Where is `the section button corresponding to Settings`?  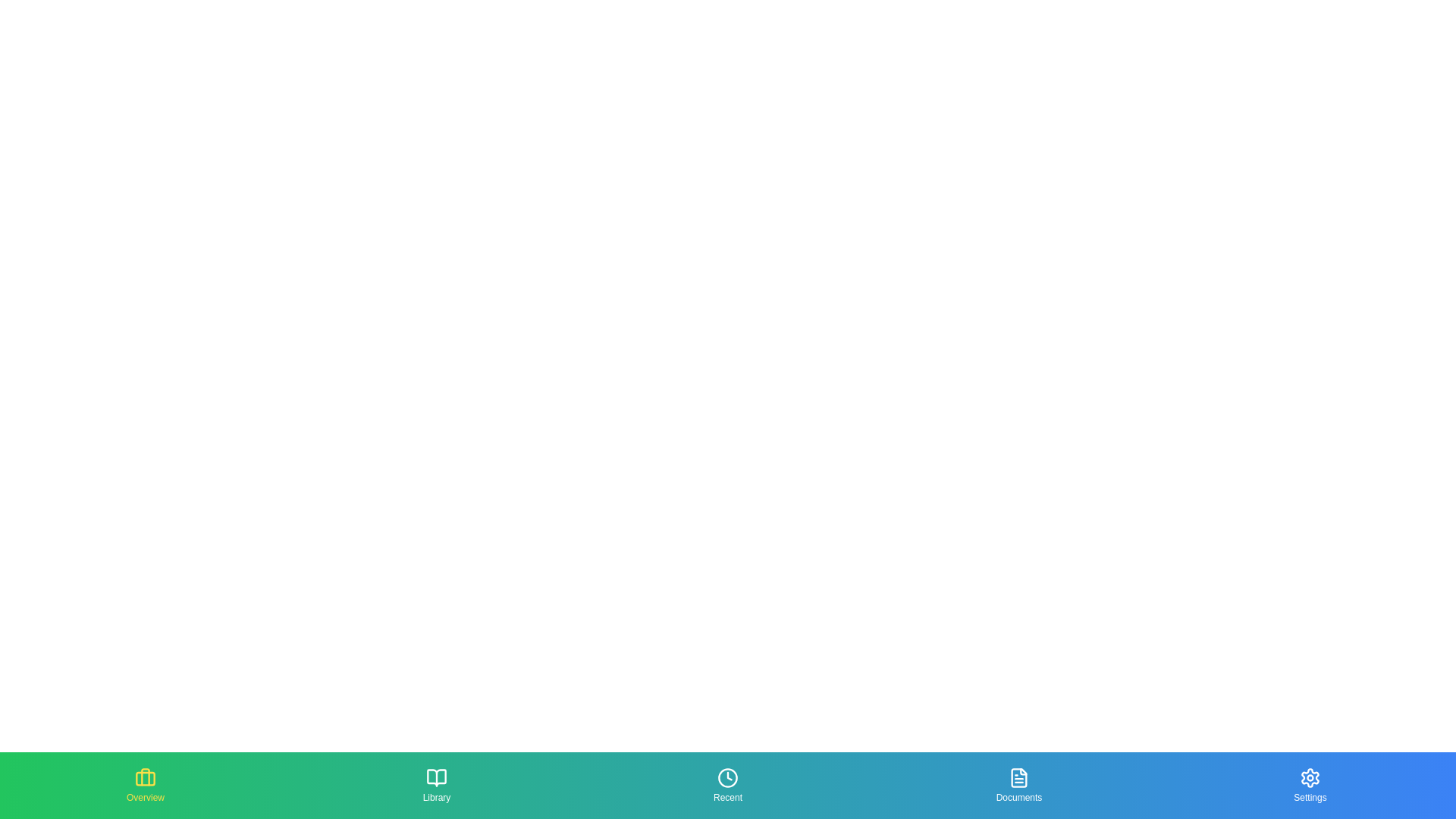
the section button corresponding to Settings is located at coordinates (1310, 785).